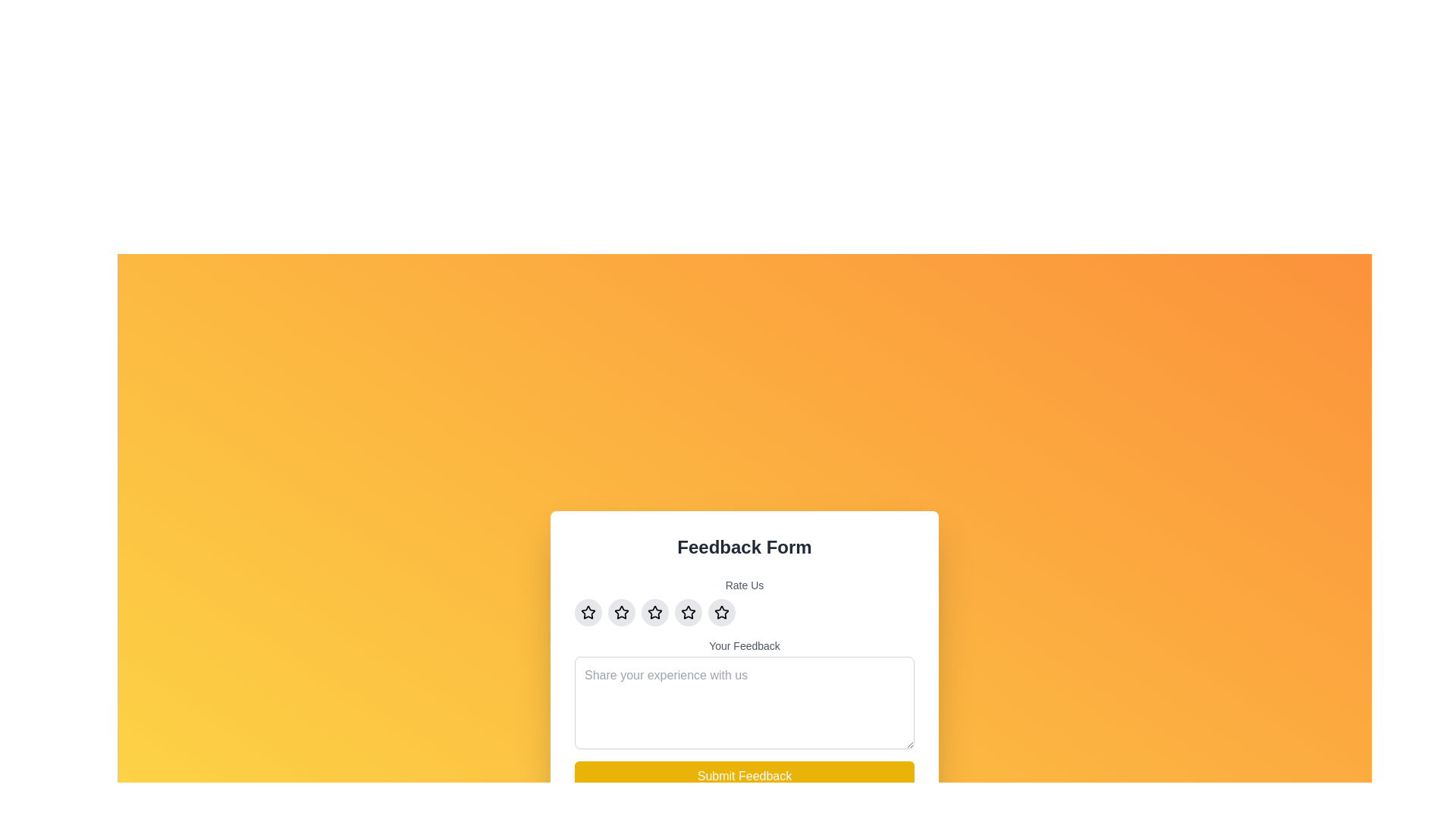 The width and height of the screenshot is (1456, 819). What do you see at coordinates (588, 611) in the screenshot?
I see `the first star icon in the rating button located at the top-center of the feedback form` at bounding box center [588, 611].